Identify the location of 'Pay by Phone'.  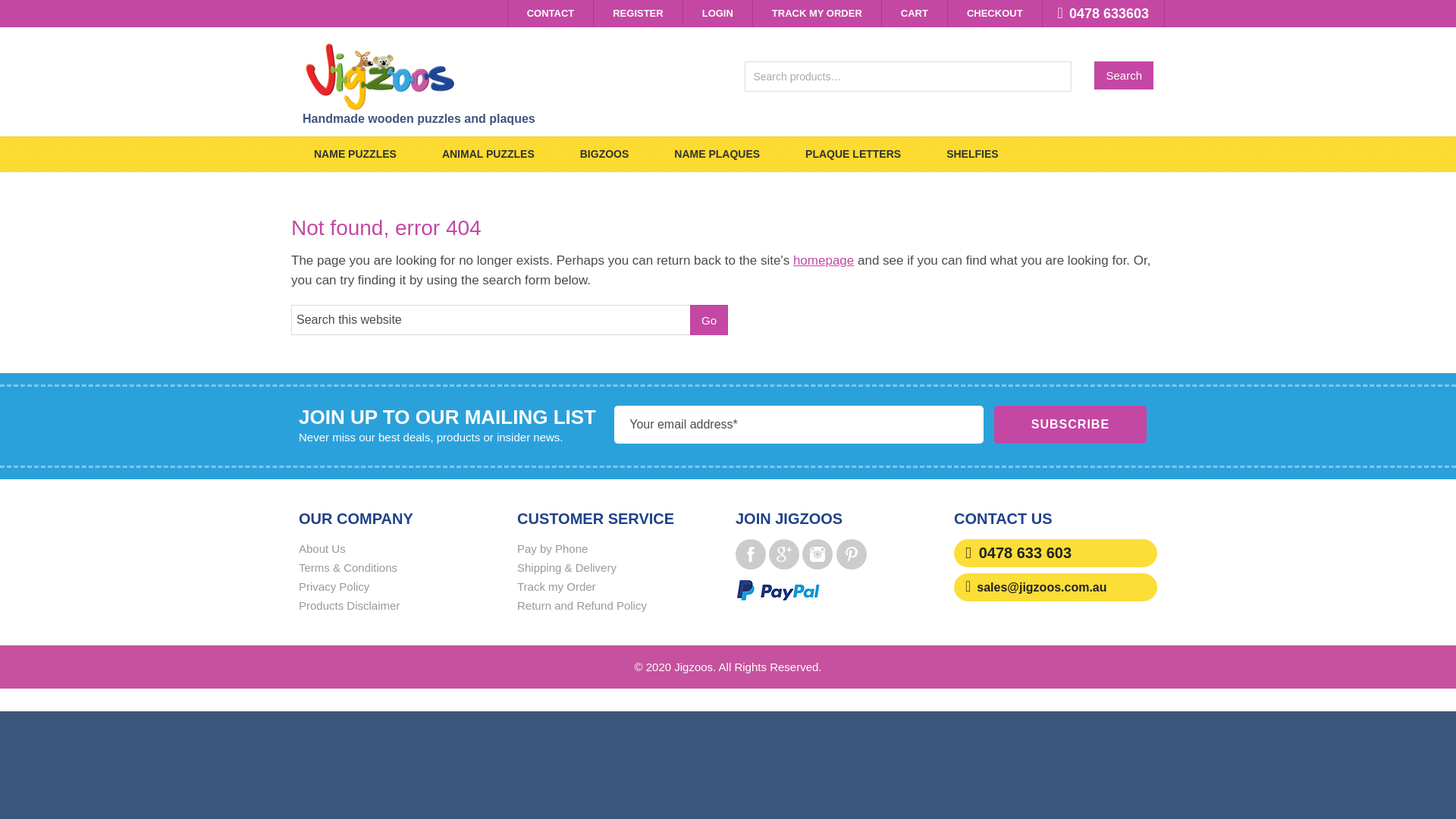
(516, 548).